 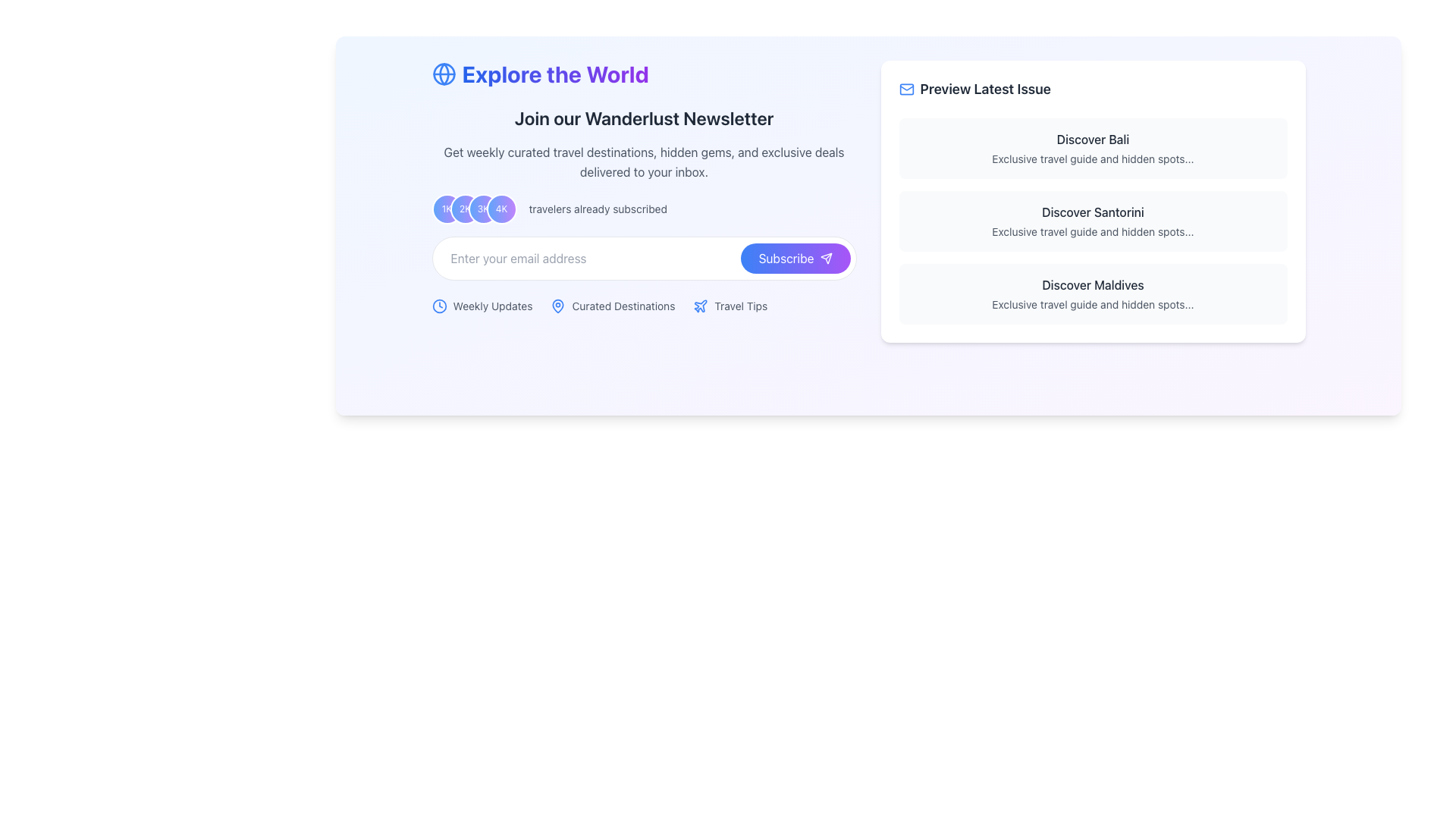 What do you see at coordinates (446, 209) in the screenshot?
I see `the first badge in the group of four badges, which serves as a visual indicator related to the newsletter or subscribers` at bounding box center [446, 209].